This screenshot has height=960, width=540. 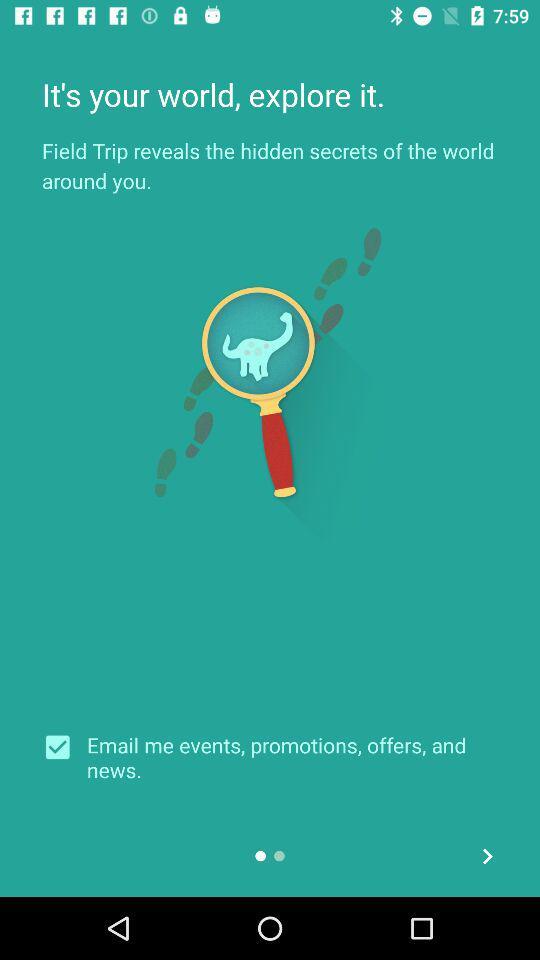 I want to click on item at the bottom left corner, so click(x=64, y=746).